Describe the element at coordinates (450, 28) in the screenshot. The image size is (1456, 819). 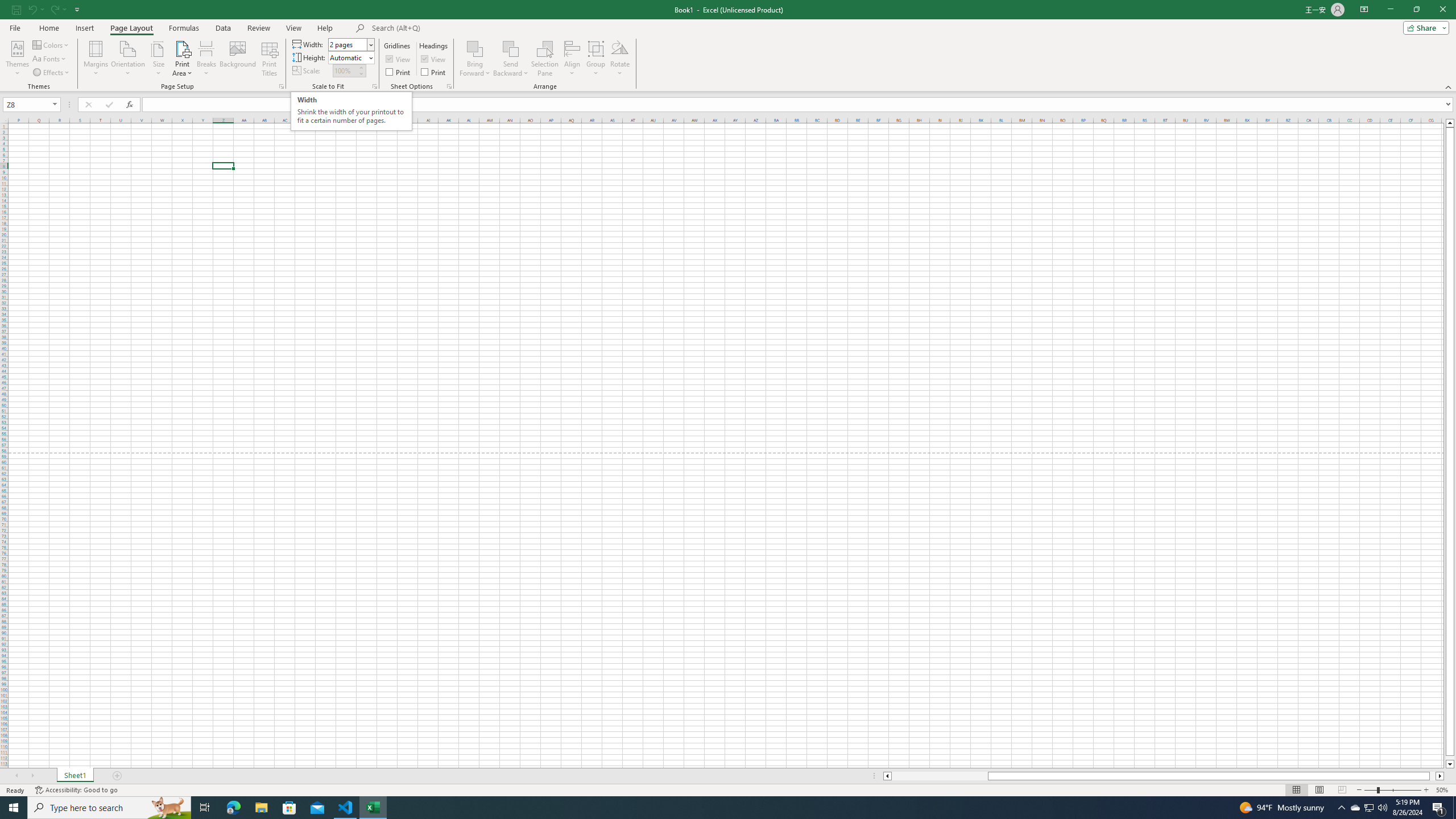
I see `'Microsoft search'` at that location.